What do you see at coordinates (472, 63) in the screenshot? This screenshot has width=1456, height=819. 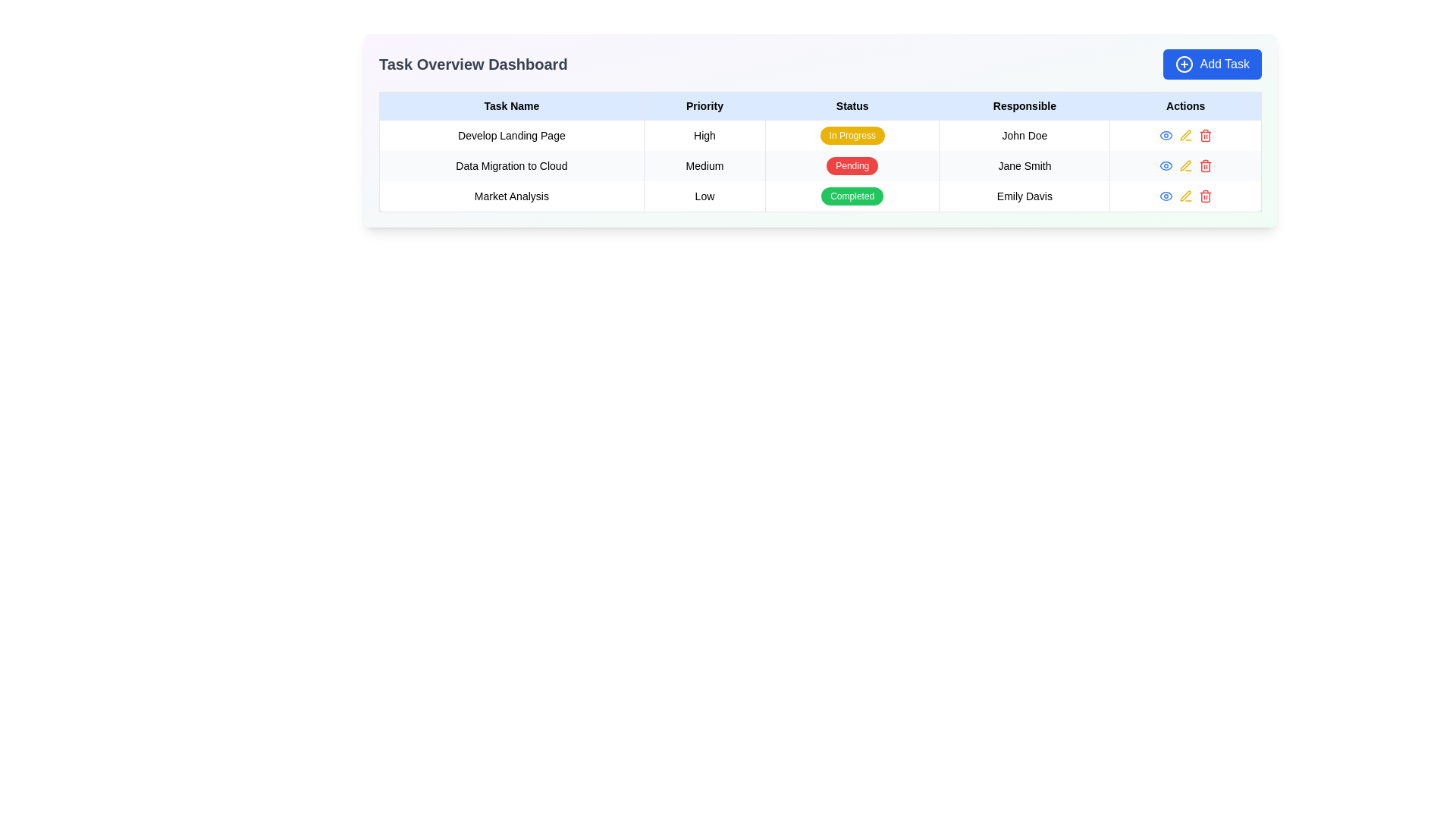 I see `the header text element that describes the content or purpose of the dashboard, located in the upper-left section of the interface` at bounding box center [472, 63].